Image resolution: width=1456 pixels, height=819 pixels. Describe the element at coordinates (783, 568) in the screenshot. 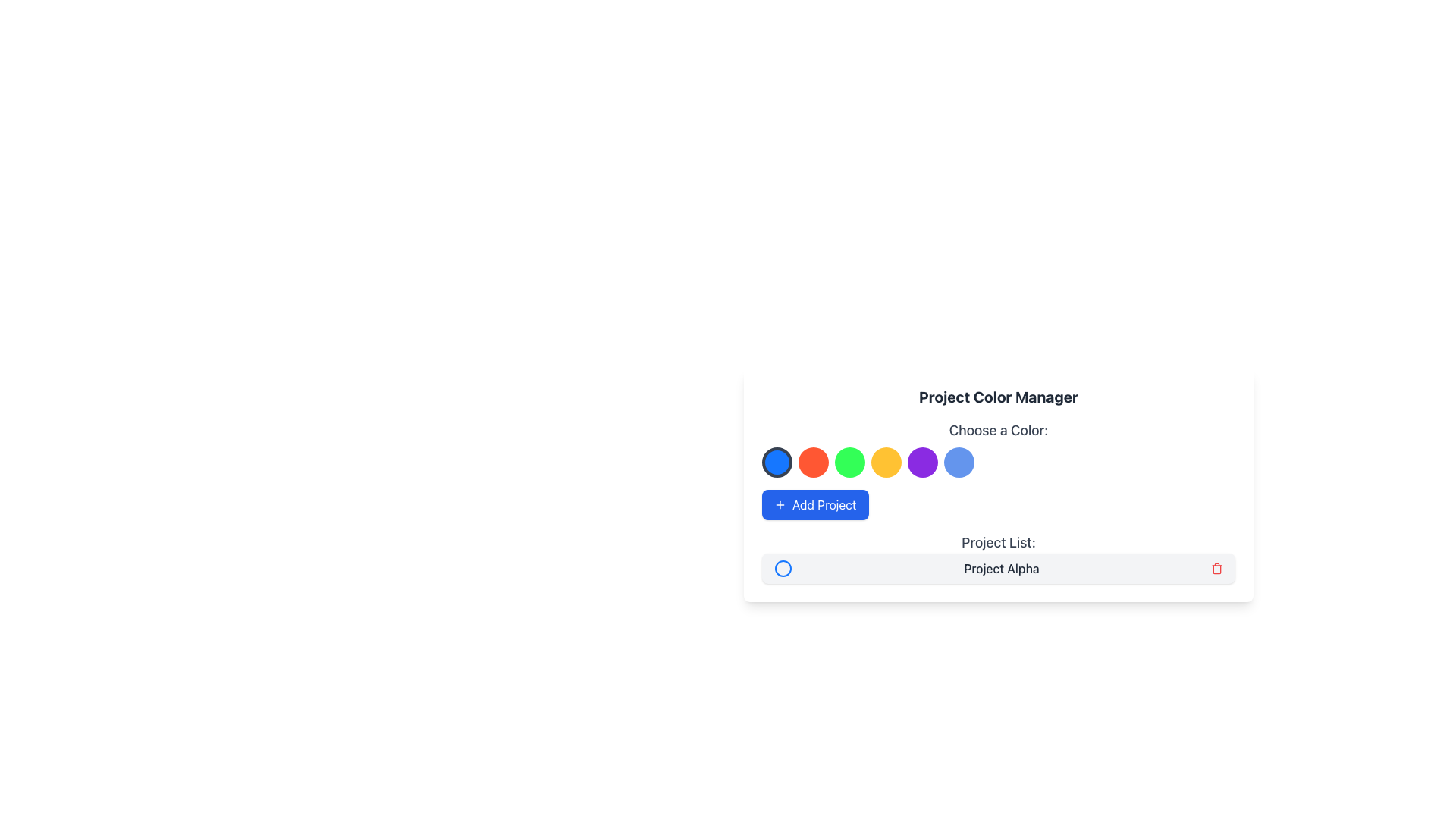

I see `the status indicator icon for the 'Project Alpha' entry in the project list` at that location.